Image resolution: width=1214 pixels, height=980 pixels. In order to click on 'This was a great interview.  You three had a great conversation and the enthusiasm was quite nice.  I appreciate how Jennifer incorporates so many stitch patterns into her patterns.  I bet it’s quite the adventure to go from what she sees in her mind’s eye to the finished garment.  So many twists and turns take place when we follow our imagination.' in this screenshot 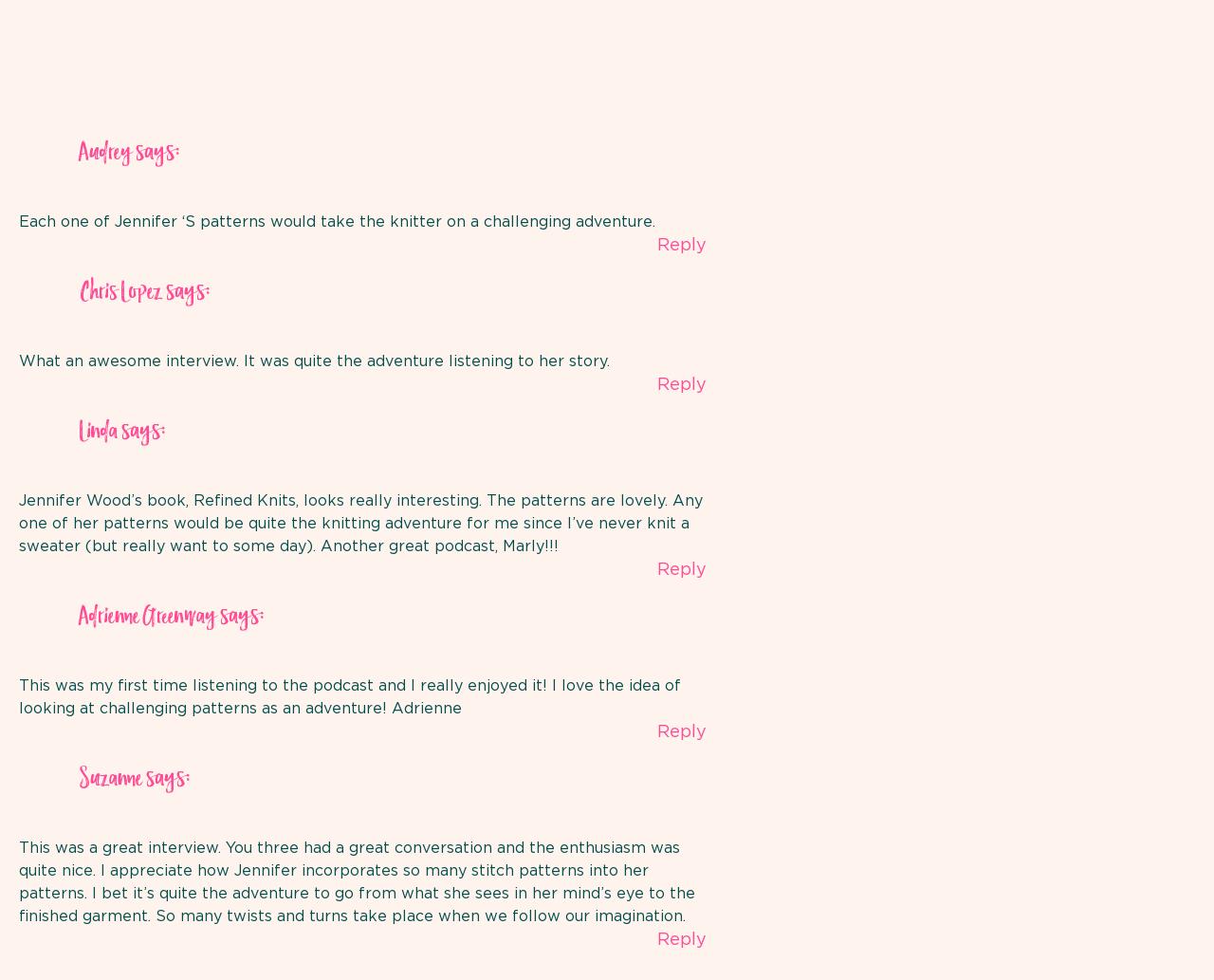, I will do `click(357, 881)`.